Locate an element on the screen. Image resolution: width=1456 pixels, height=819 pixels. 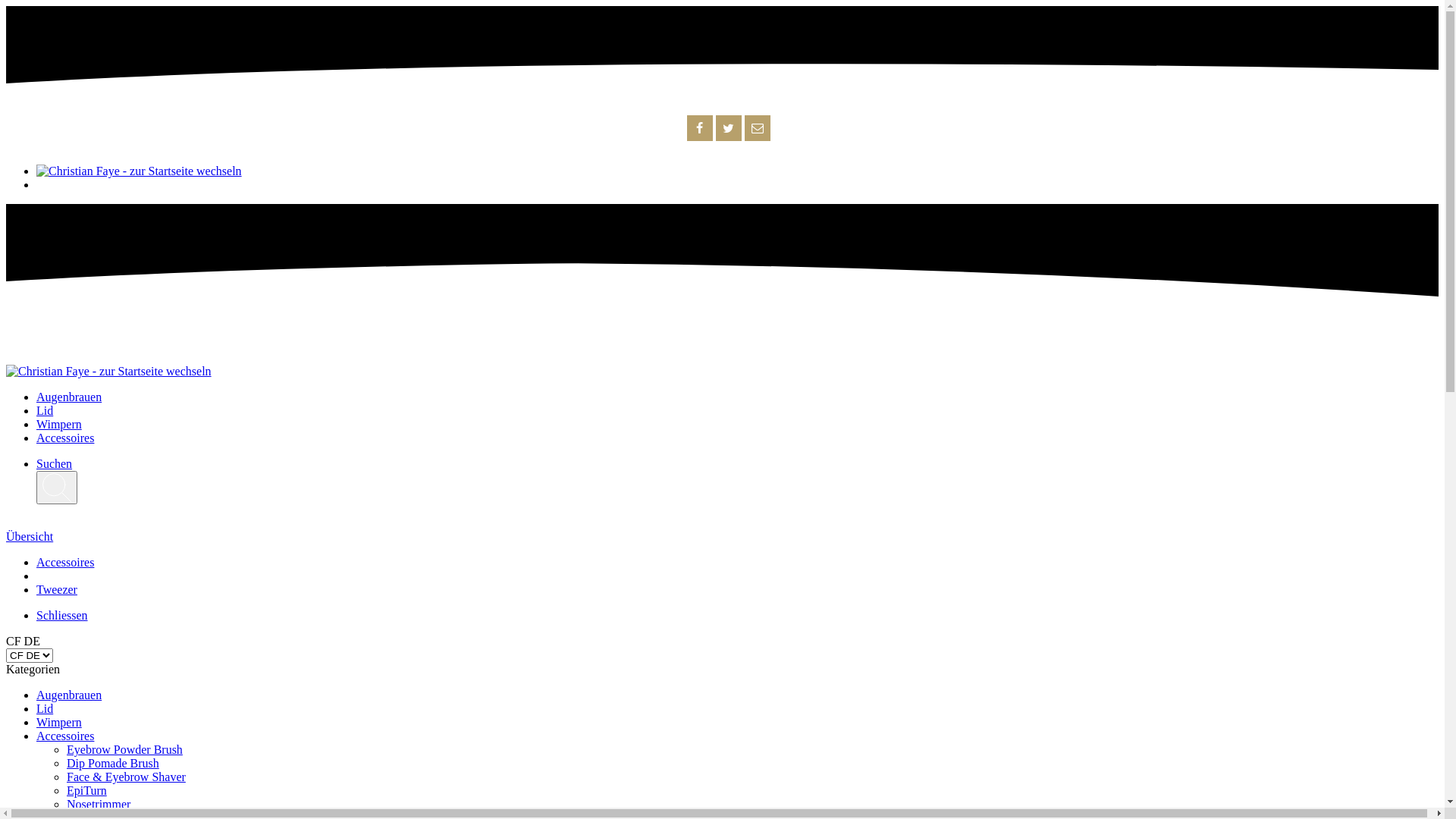
'Suchen' is located at coordinates (54, 463).